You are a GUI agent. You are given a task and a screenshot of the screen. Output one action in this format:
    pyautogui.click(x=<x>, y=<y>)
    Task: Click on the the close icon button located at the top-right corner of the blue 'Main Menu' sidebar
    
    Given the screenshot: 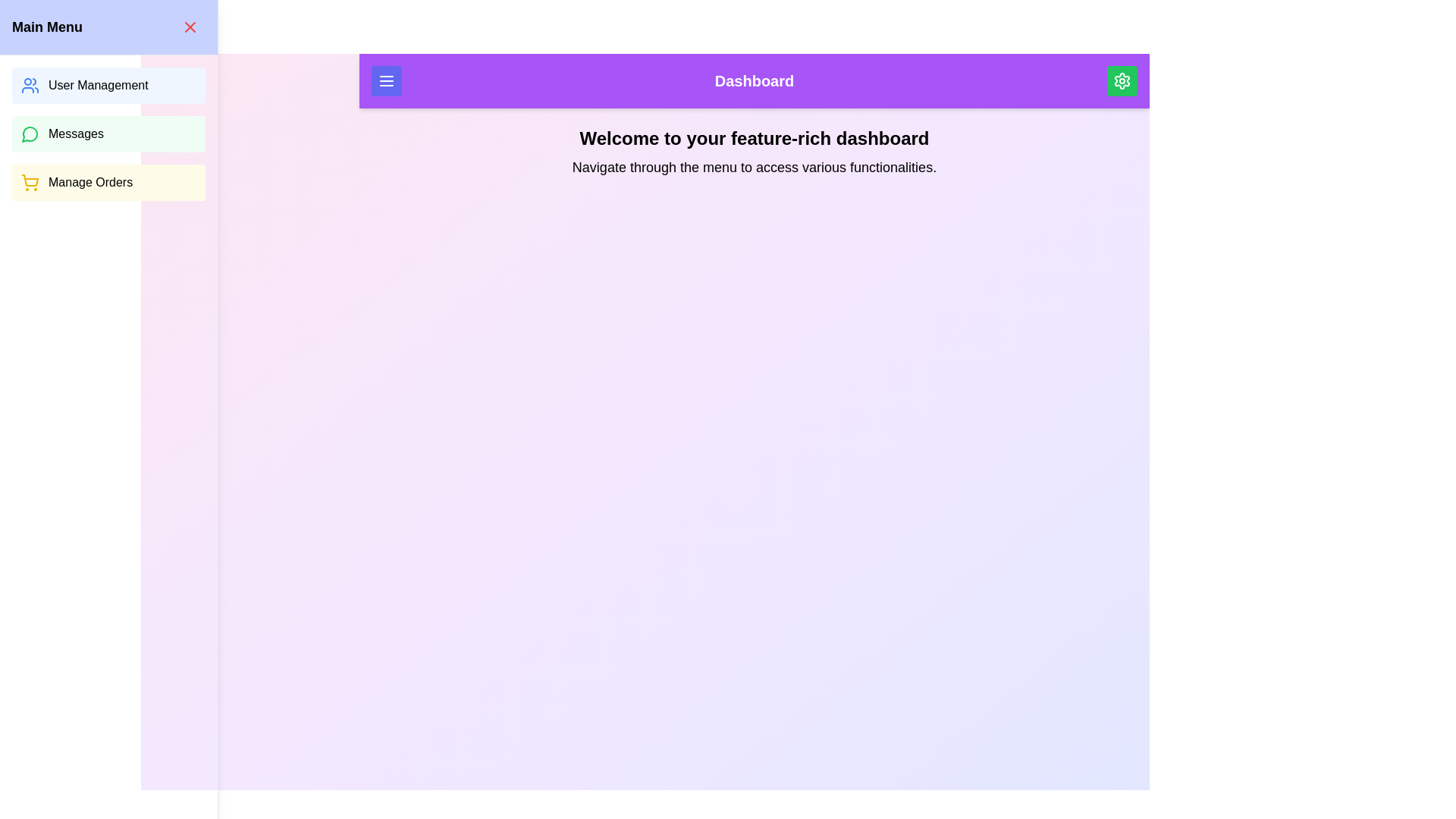 What is the action you would take?
    pyautogui.click(x=189, y=27)
    